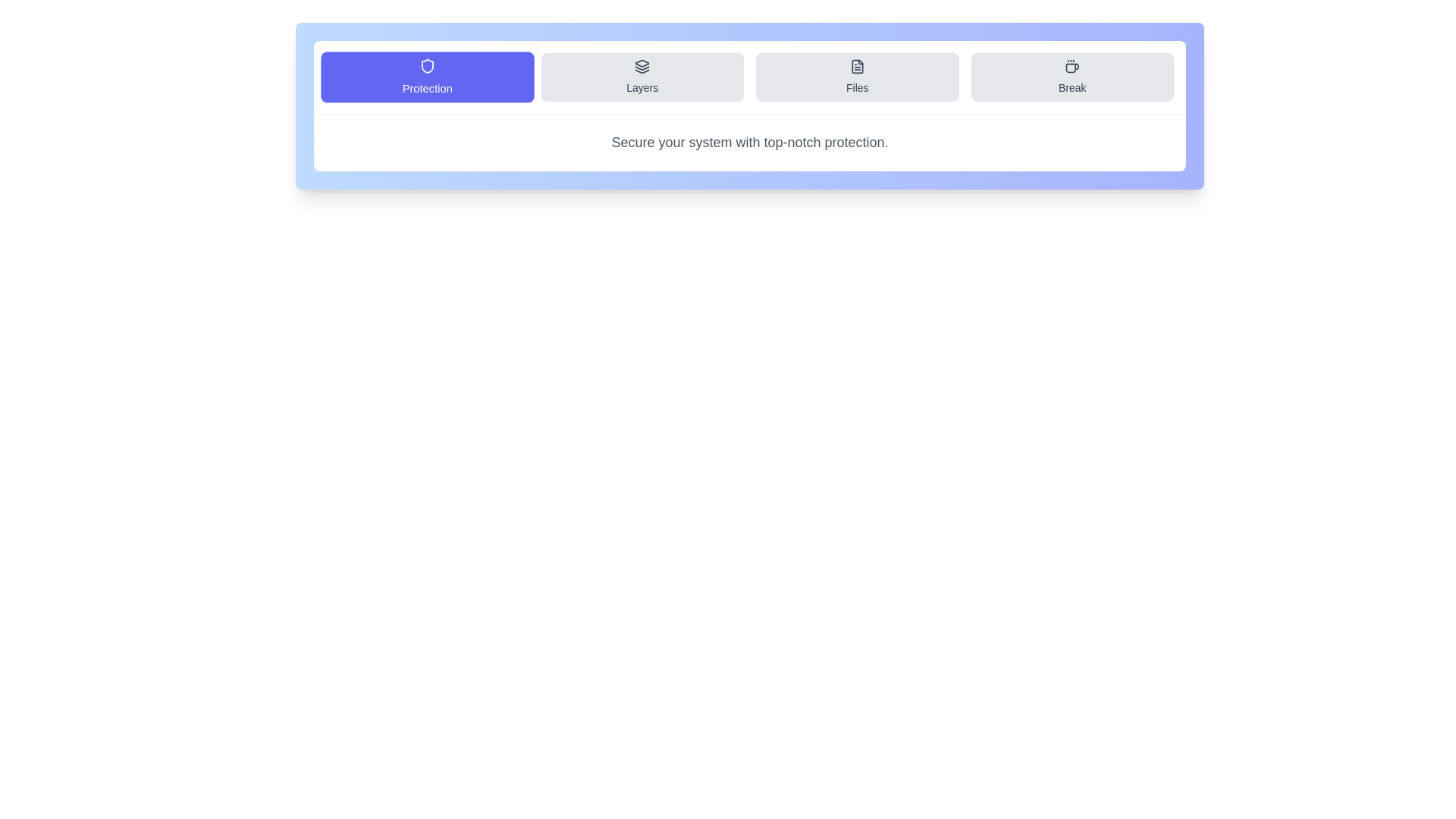 The width and height of the screenshot is (1456, 819). Describe the element at coordinates (1072, 66) in the screenshot. I see `the icon of the Break tab` at that location.